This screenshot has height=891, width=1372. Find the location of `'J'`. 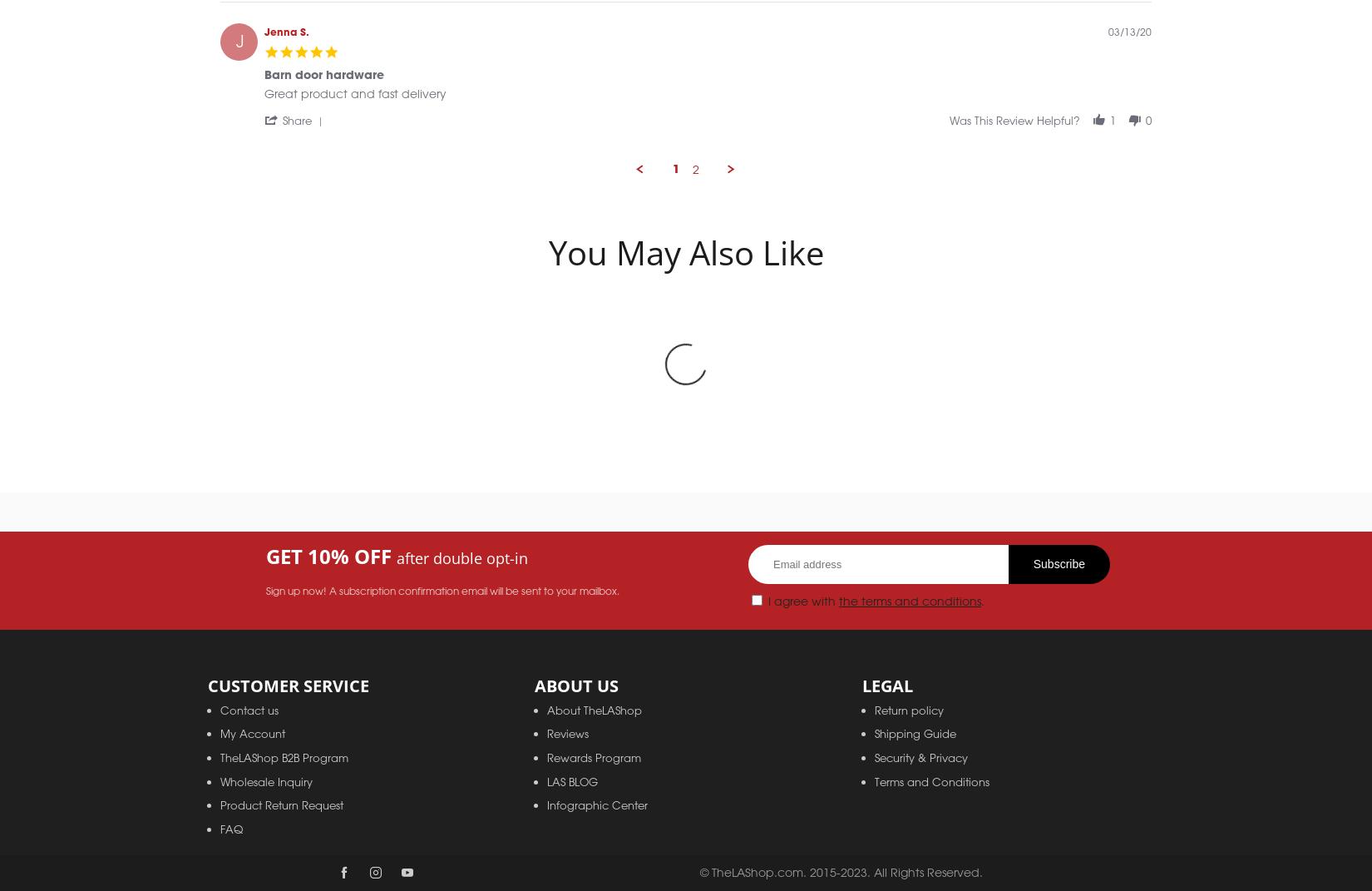

'J' is located at coordinates (239, 58).